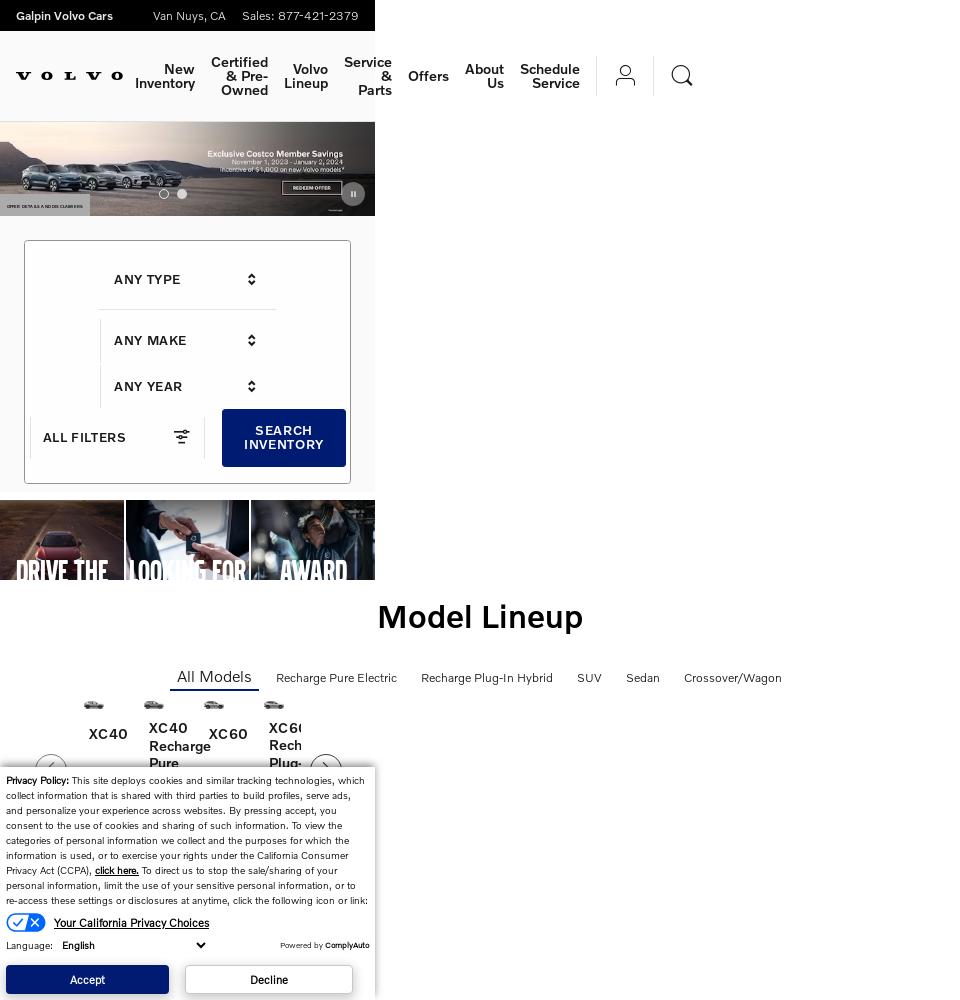 This screenshot has height=1000, width=960. What do you see at coordinates (65, 639) in the screenshot?
I see `'View Our Inventory'` at bounding box center [65, 639].